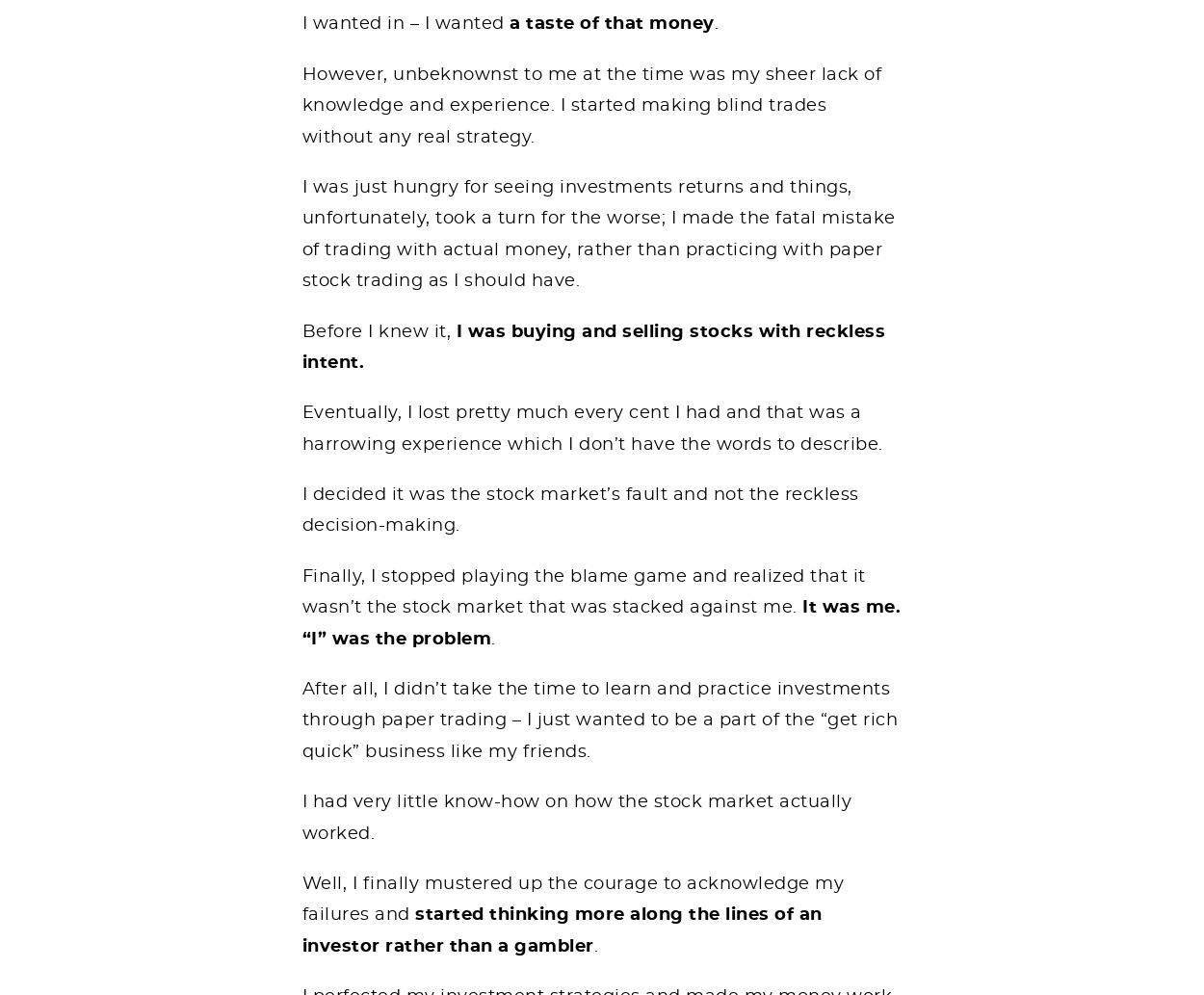  Describe the element at coordinates (561, 929) in the screenshot. I see `'started thinking more along the lines of an investor rather than a gambler'` at that location.